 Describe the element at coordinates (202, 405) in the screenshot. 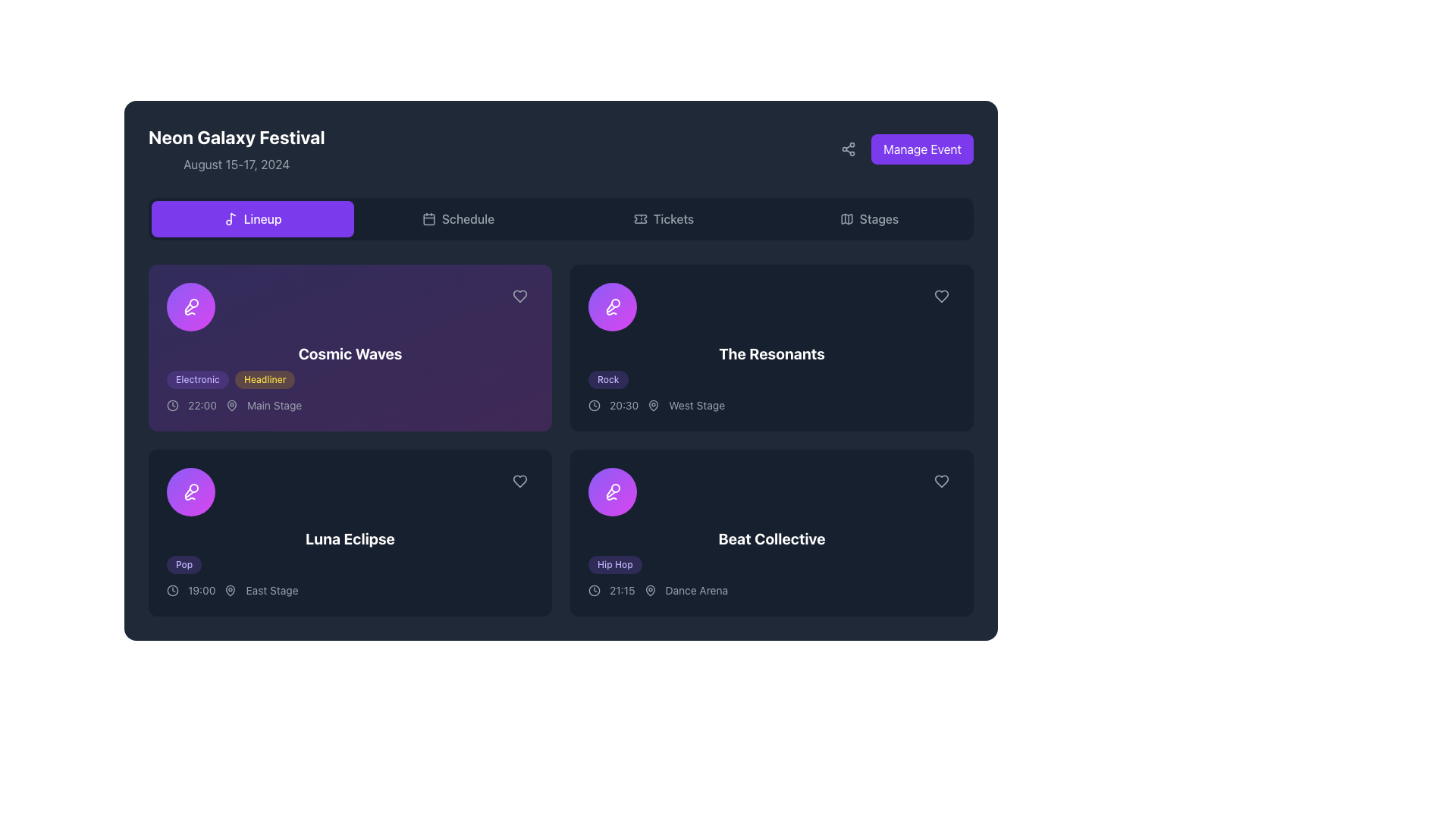

I see `time information displayed in the Text label for the 'Cosmic Waves' event, located within the event card to the right of the clock icon` at that location.